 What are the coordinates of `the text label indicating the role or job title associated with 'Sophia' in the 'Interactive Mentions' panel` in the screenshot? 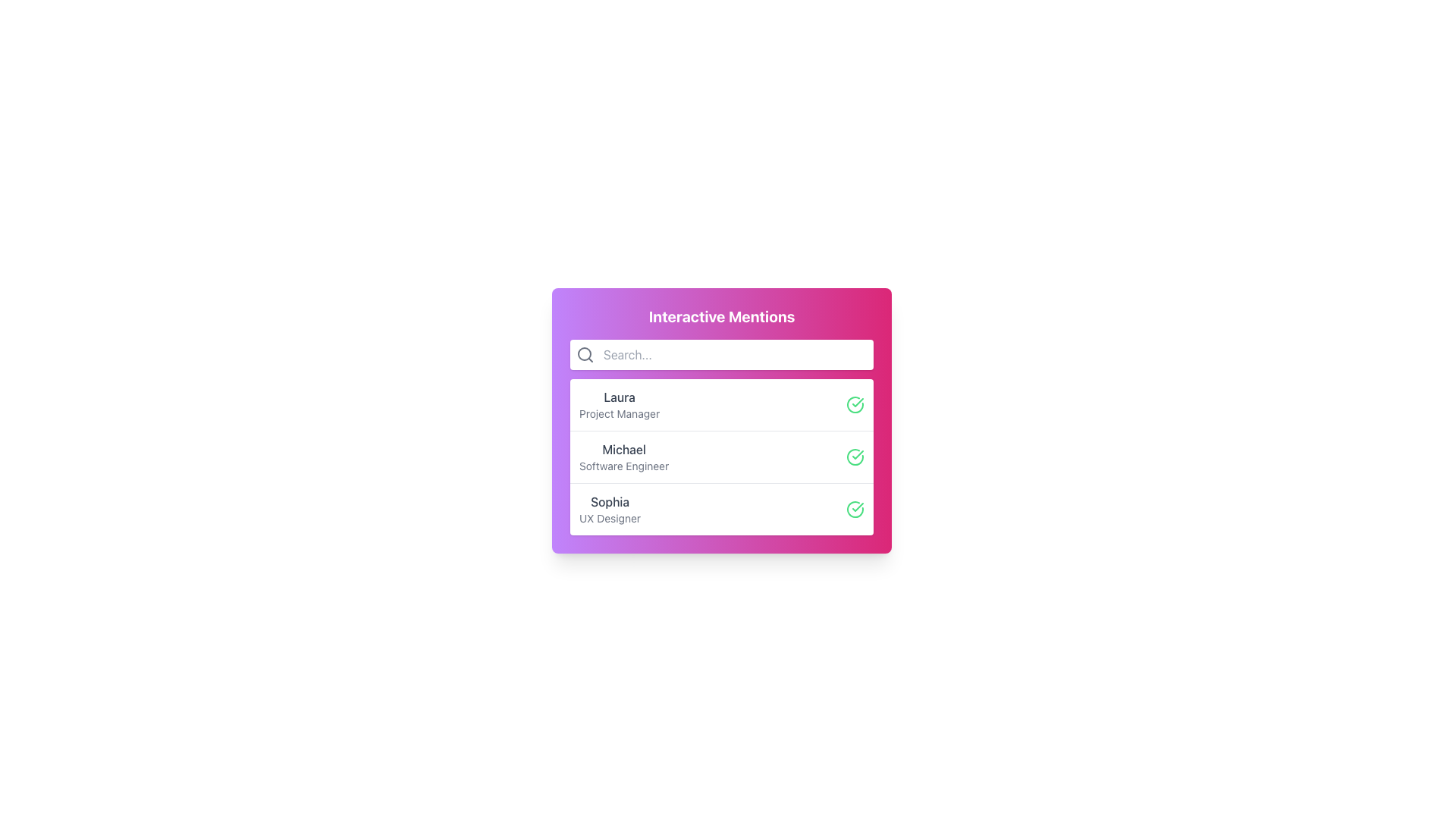 It's located at (610, 517).